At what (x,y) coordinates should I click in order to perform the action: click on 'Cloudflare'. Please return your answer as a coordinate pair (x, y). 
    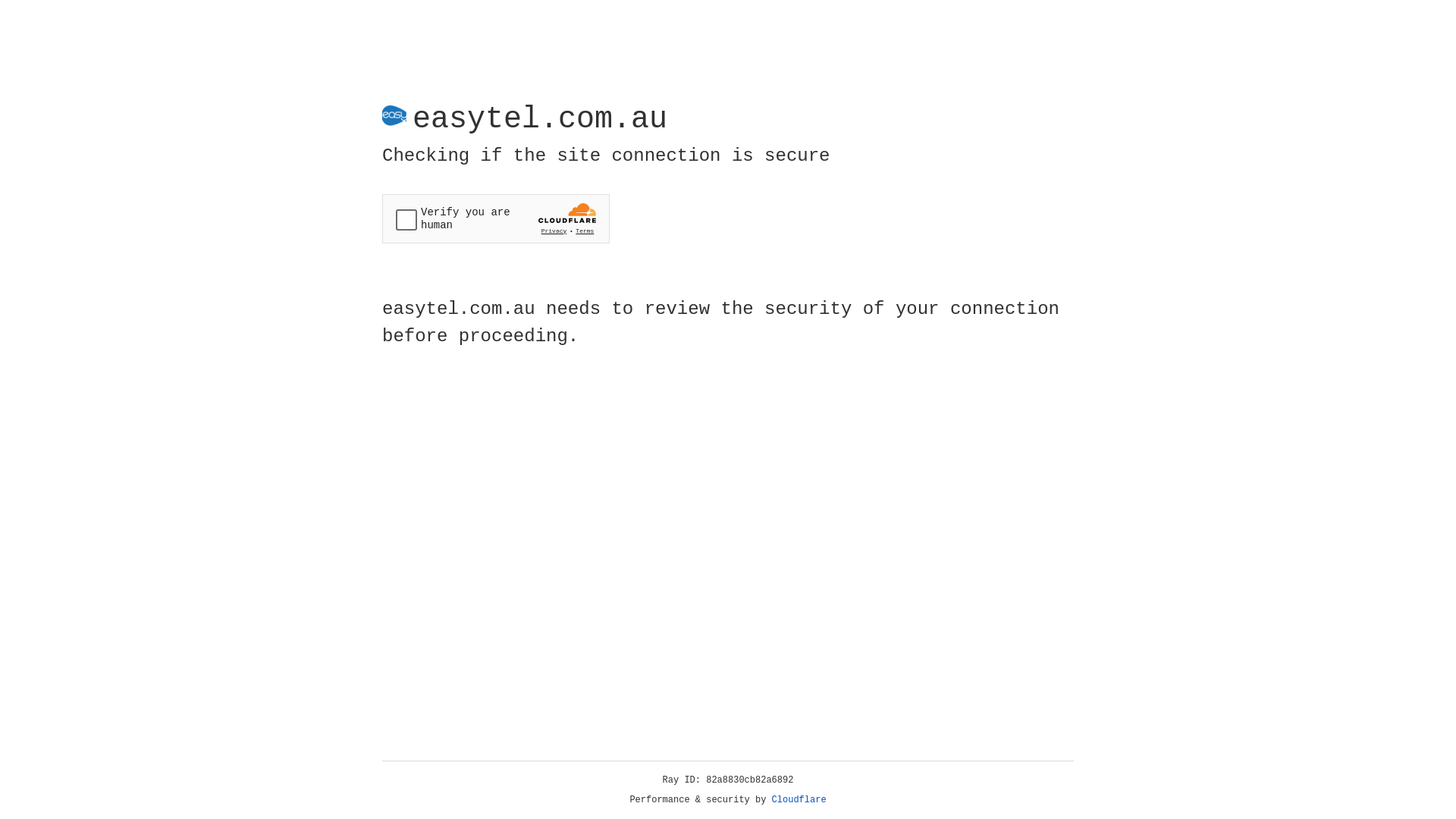
    Looking at the image, I should click on (799, 799).